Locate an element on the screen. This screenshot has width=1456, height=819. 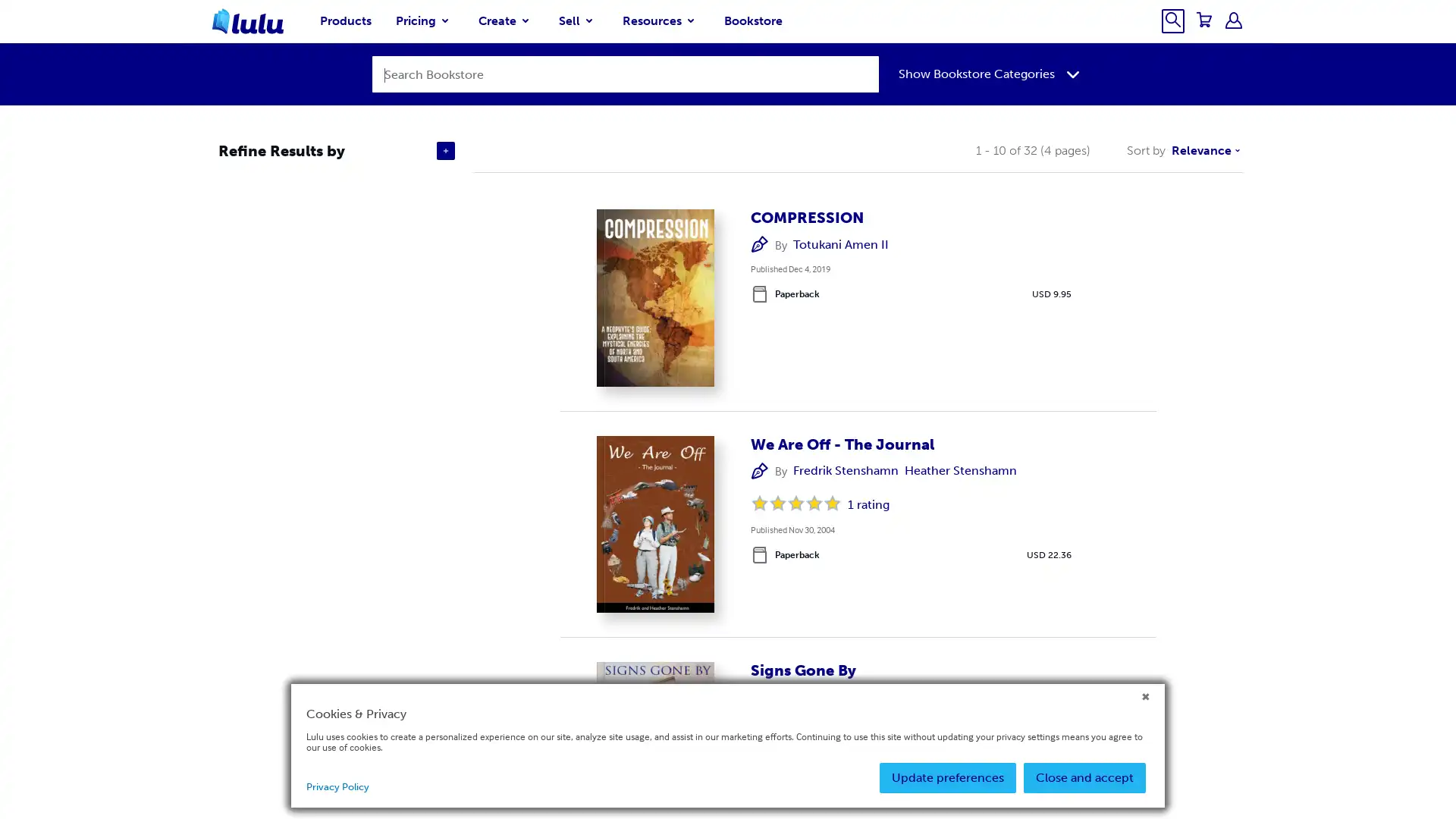
Choose 1 stars is located at coordinates (760, 503).